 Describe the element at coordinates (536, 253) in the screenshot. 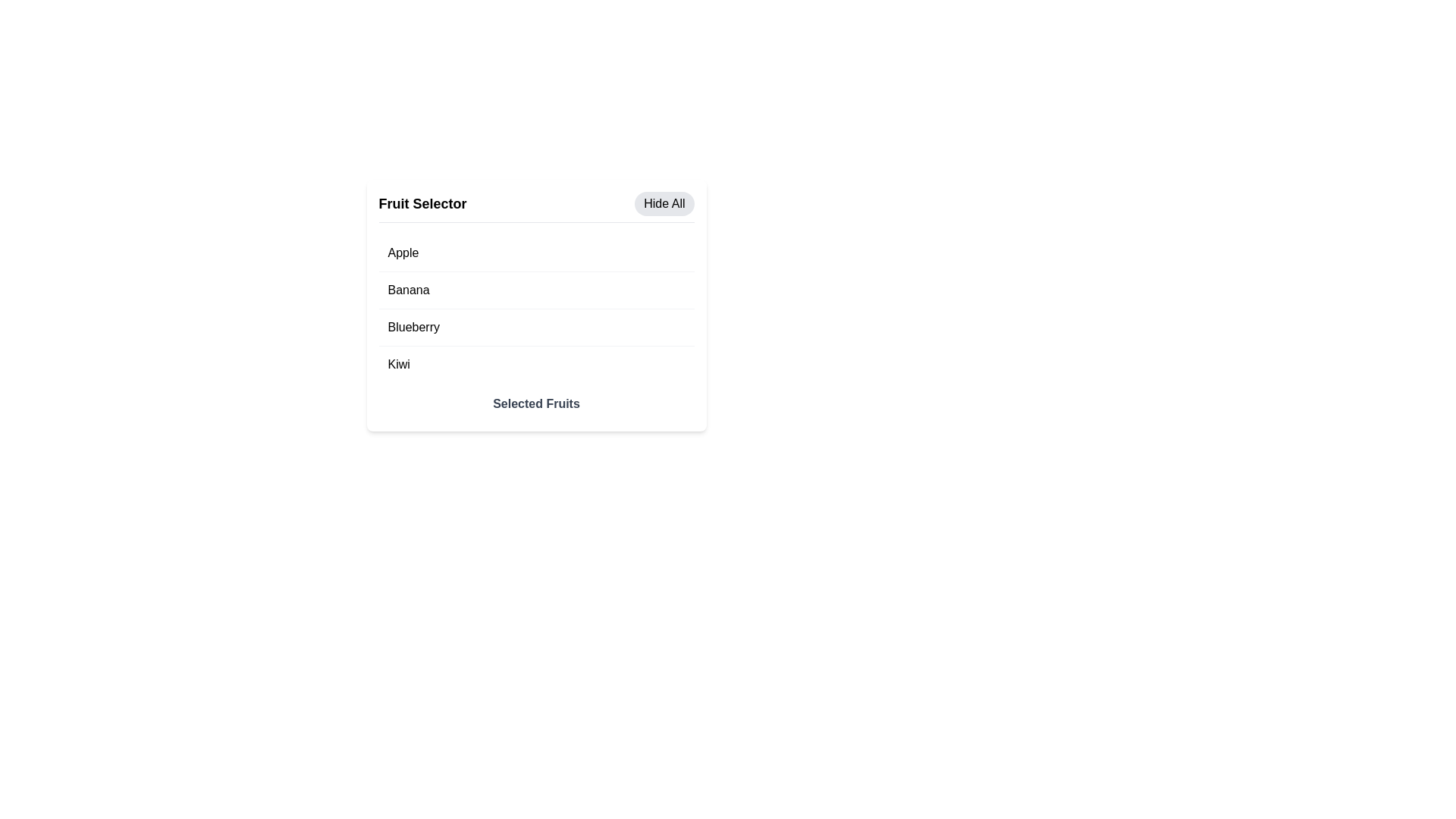

I see `the first item in the vertical list representing 'Apple'` at that location.